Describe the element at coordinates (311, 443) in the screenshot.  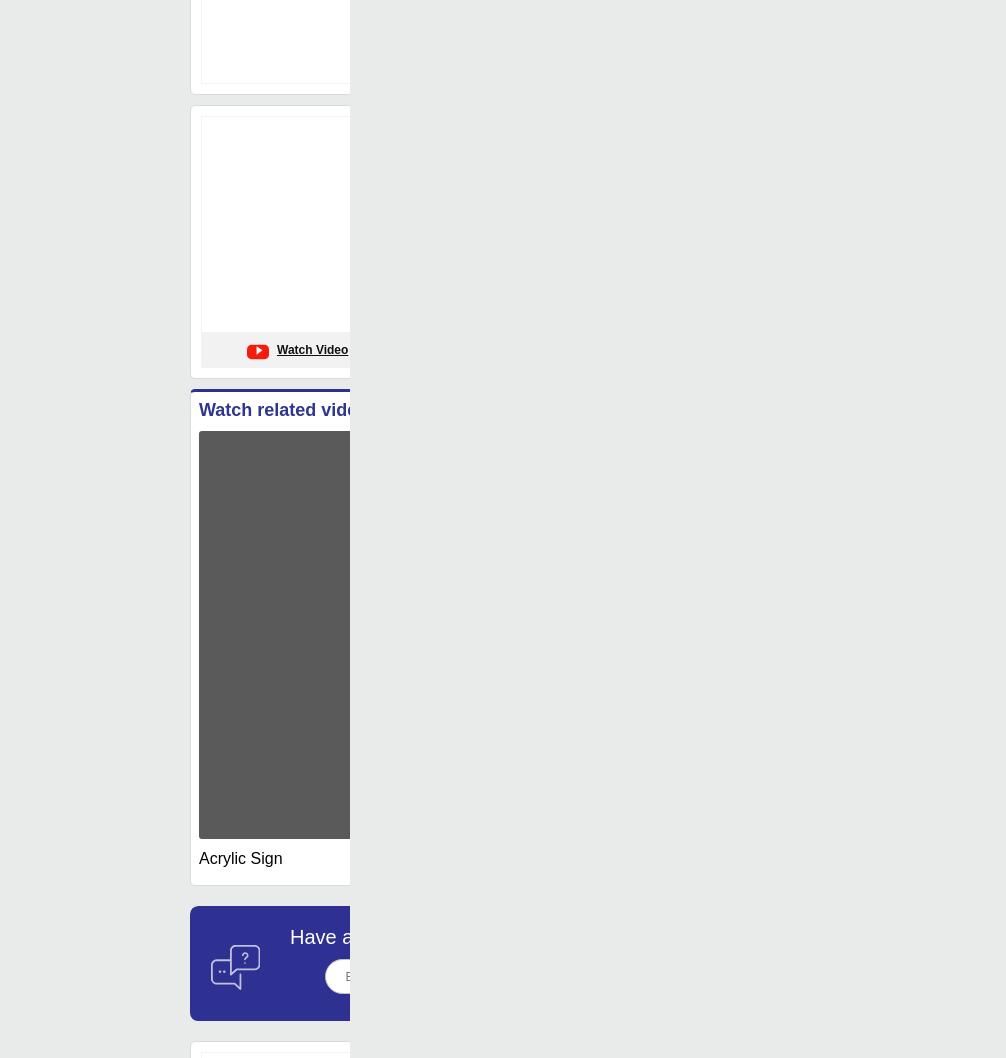
I see `'Watch Video'` at that location.